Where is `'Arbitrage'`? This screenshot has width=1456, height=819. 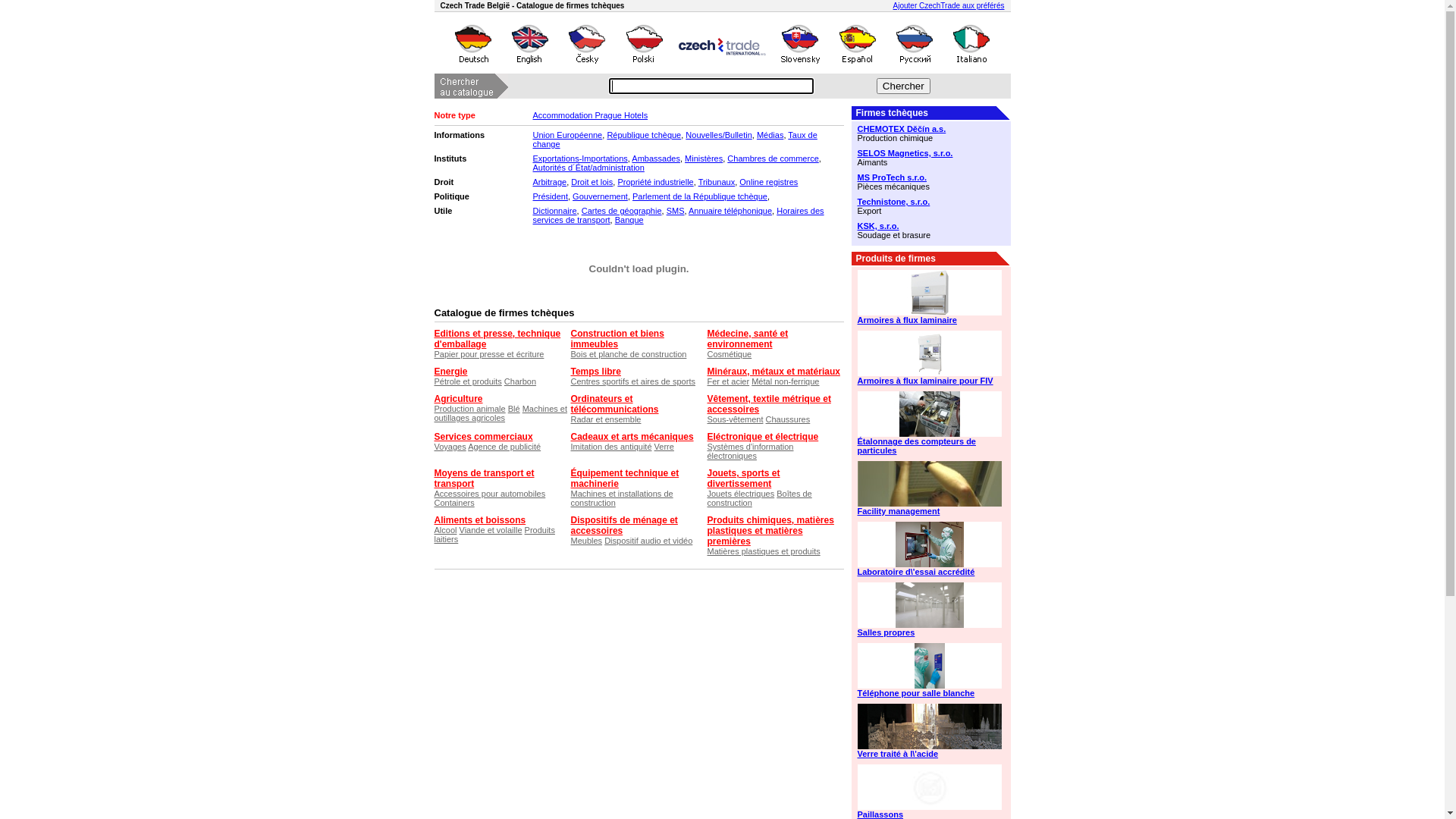 'Arbitrage' is located at coordinates (532, 180).